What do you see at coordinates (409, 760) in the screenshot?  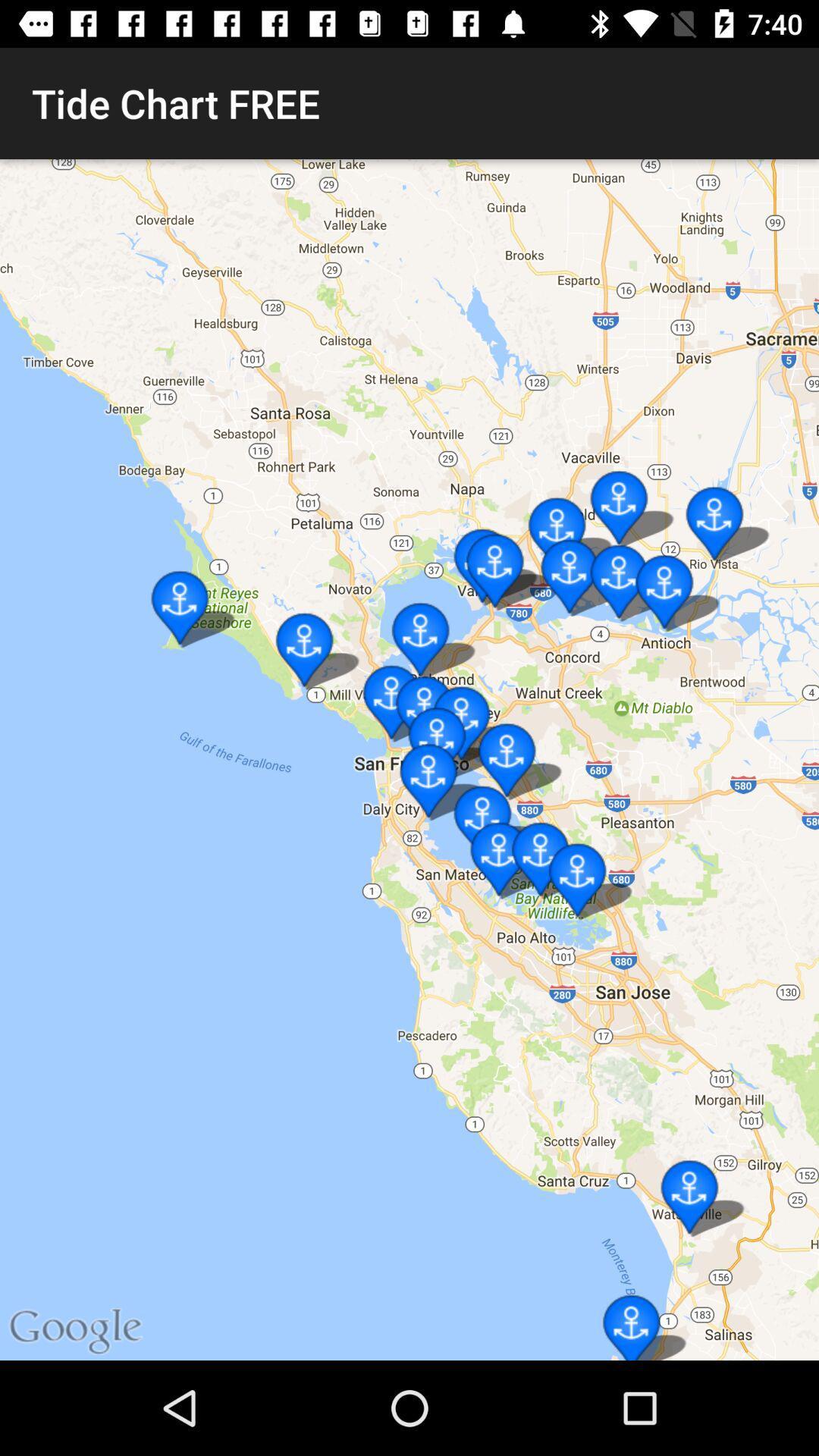 I see `the item below tide chart free` at bounding box center [409, 760].